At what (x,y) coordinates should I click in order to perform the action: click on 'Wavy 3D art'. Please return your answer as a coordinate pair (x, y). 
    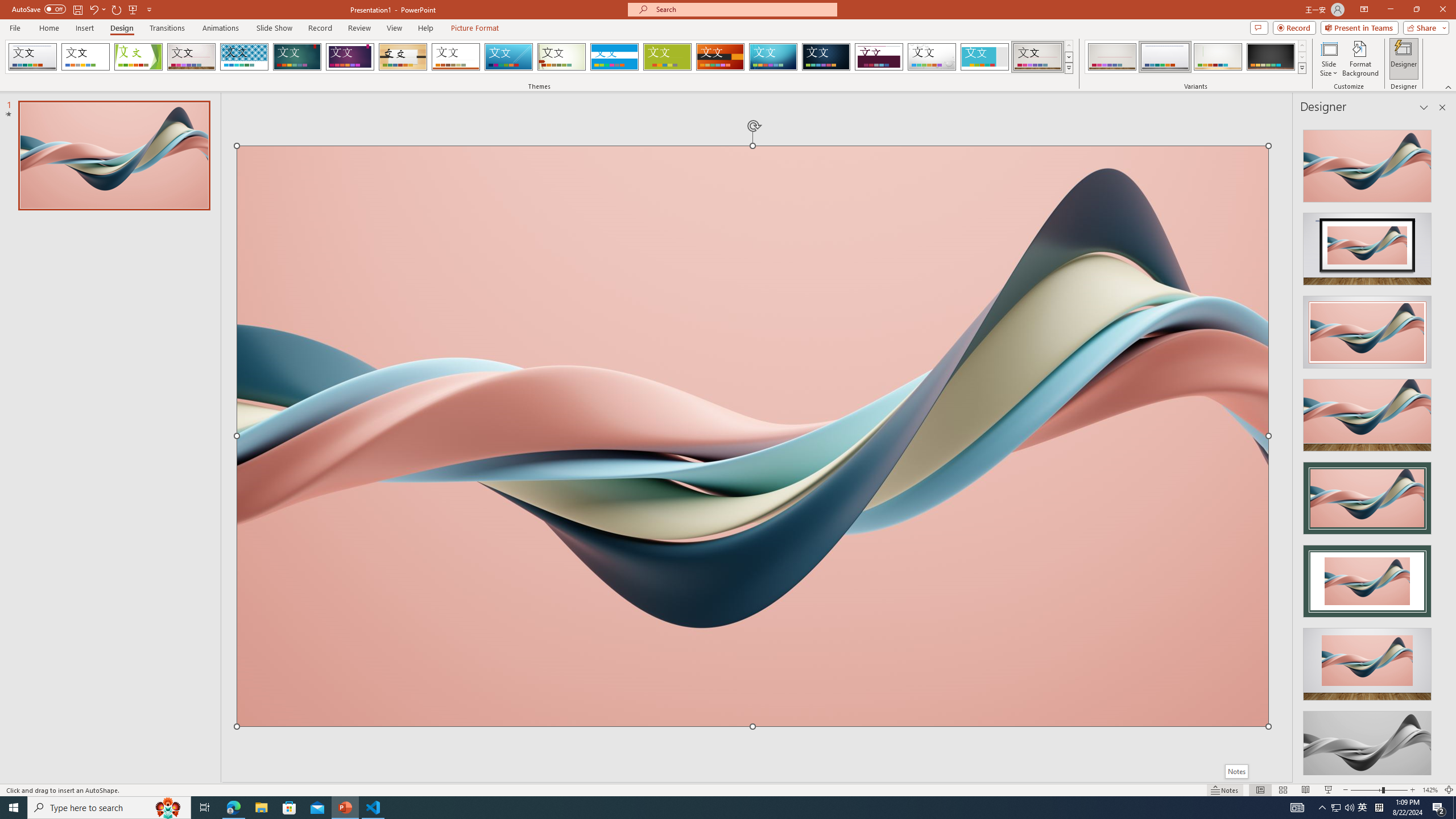
    Looking at the image, I should click on (752, 435).